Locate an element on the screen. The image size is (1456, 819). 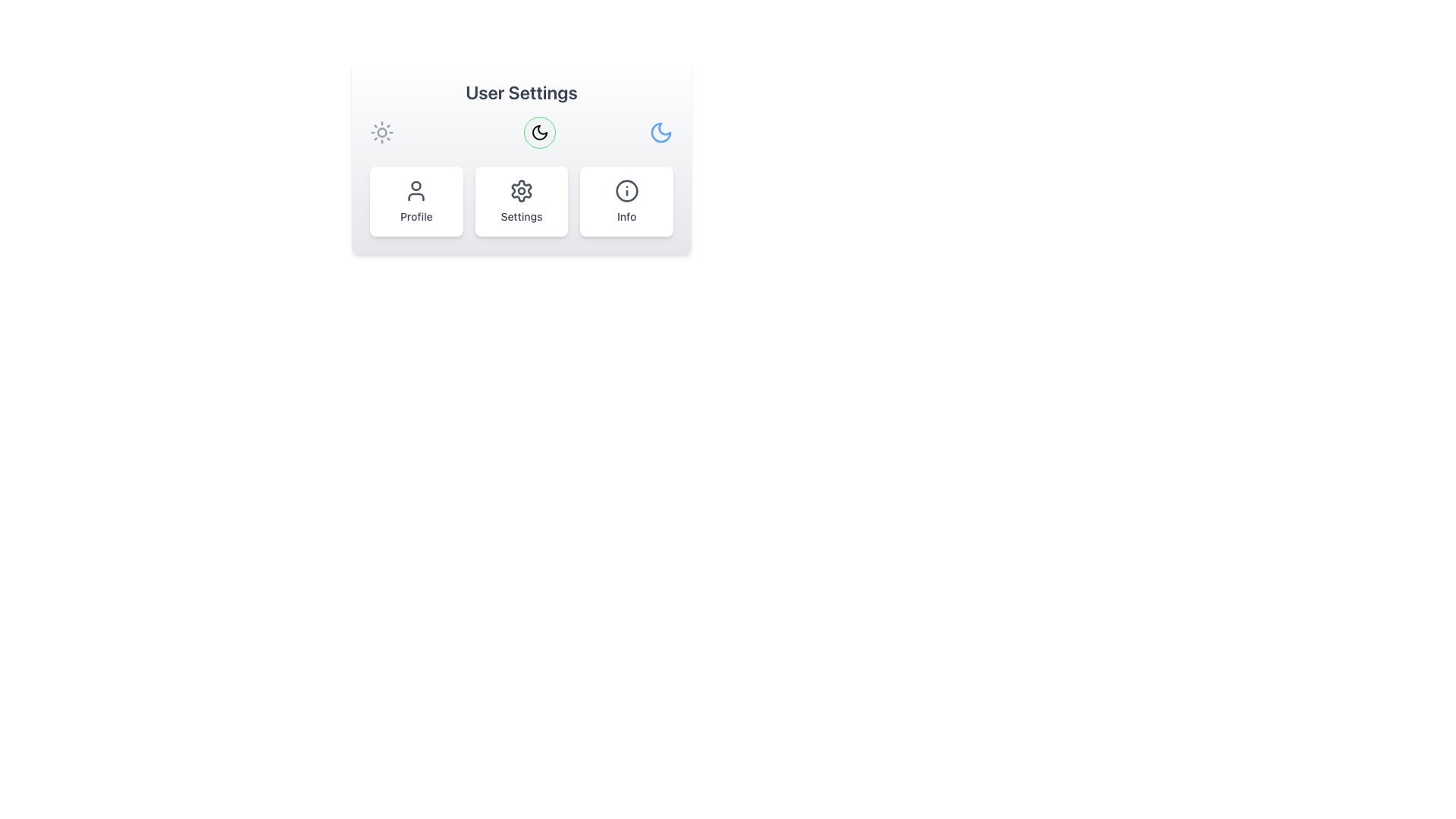
the 'Info' card button, which is the third item in a grid layout and features an 'i' symbol inside a circle is located at coordinates (626, 201).